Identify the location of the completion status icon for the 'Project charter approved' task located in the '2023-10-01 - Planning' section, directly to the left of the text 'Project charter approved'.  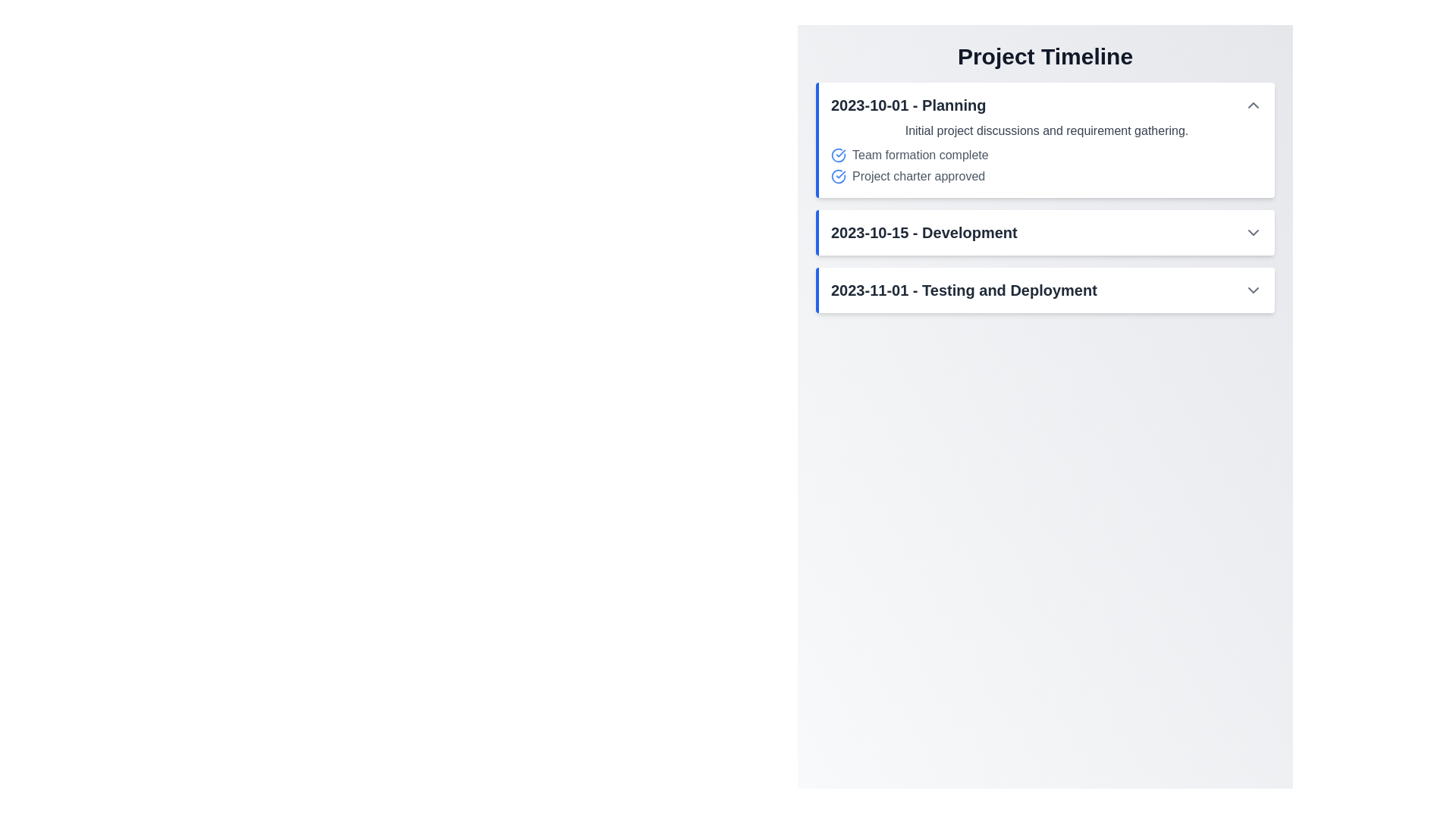
(837, 175).